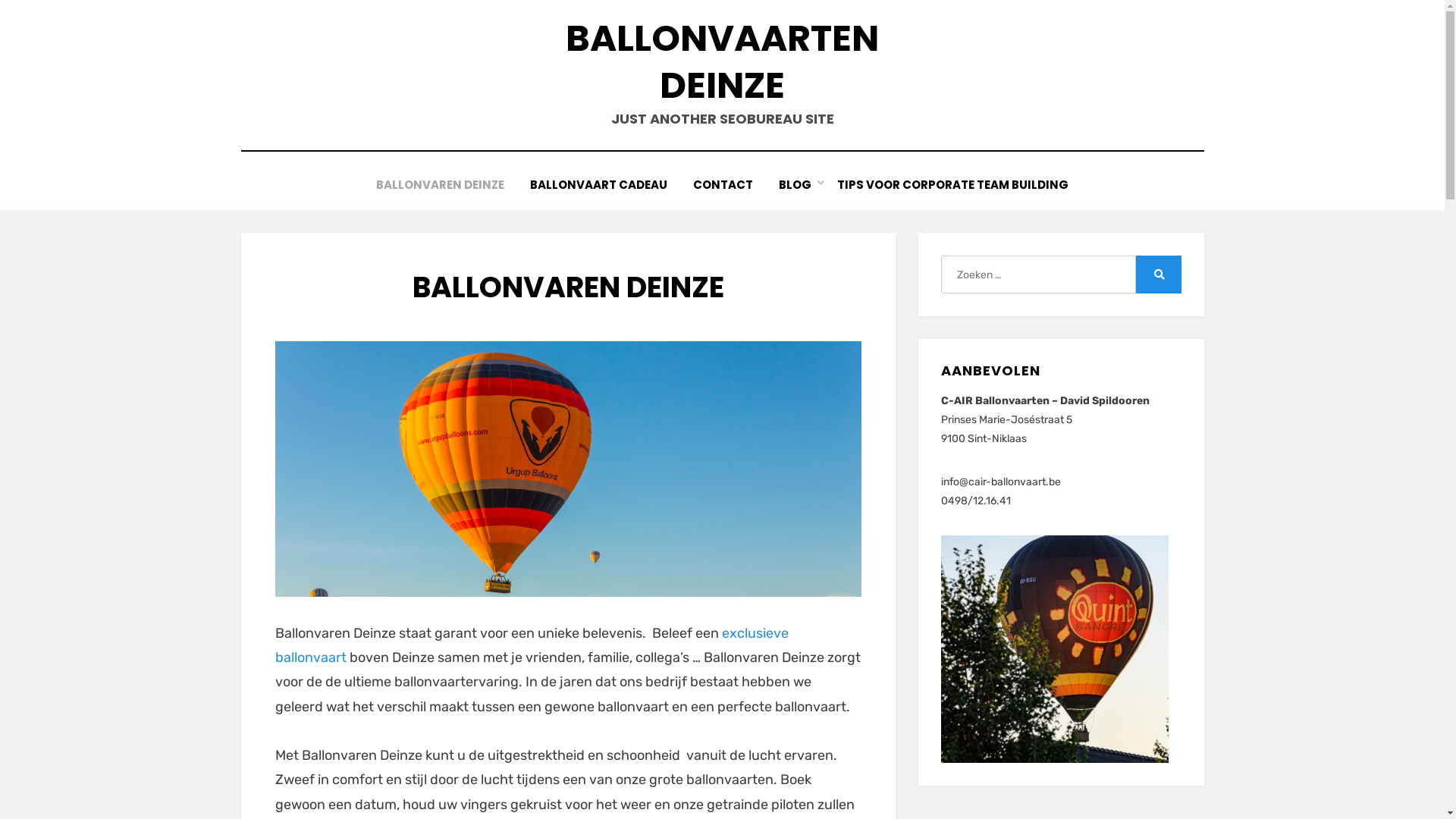 Image resolution: width=1456 pixels, height=819 pixels. What do you see at coordinates (1001, 482) in the screenshot?
I see `'info@cair-ballonvaart.be'` at bounding box center [1001, 482].